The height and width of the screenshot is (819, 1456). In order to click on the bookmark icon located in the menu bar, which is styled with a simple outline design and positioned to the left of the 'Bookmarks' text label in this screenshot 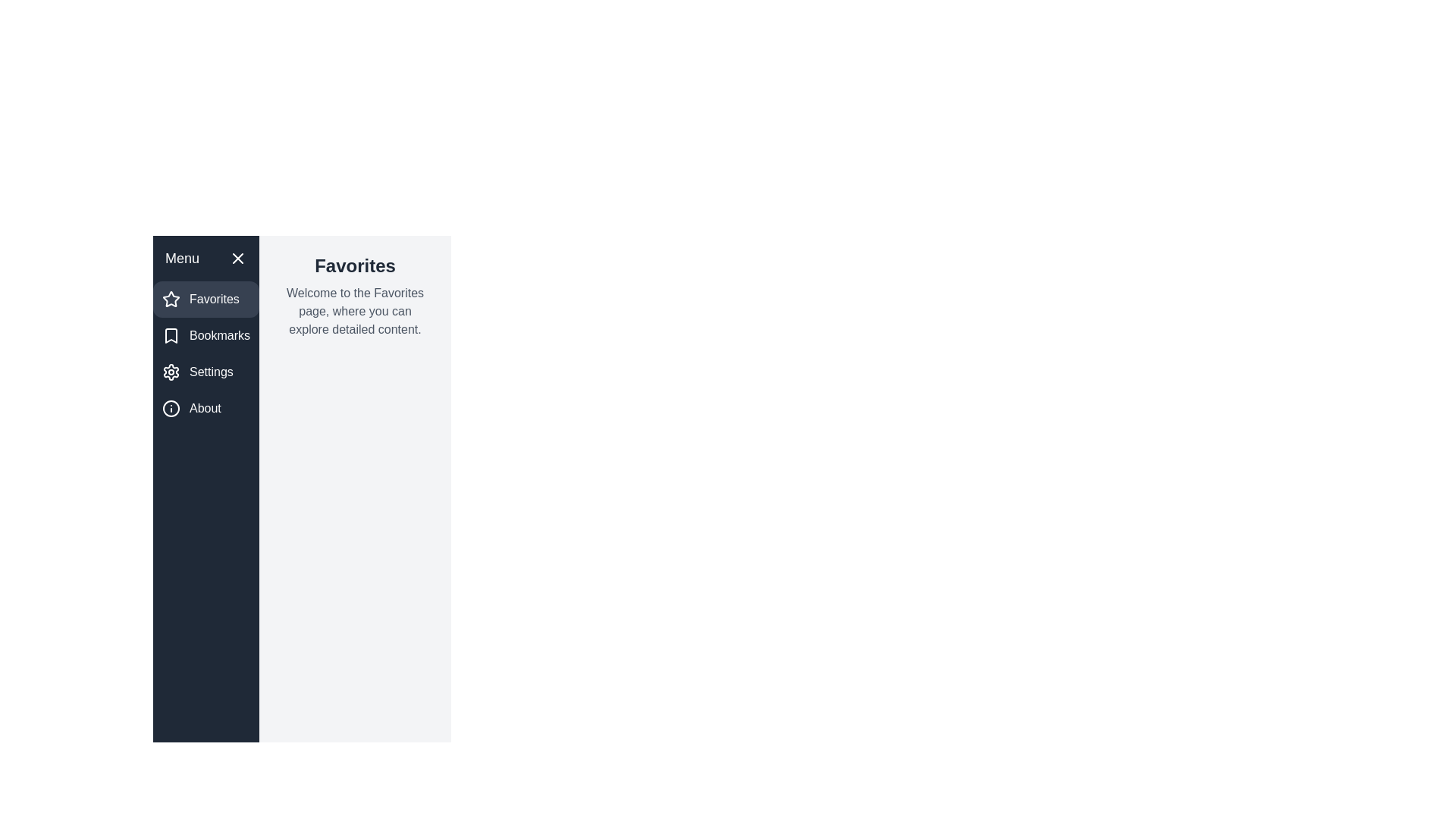, I will do `click(171, 335)`.